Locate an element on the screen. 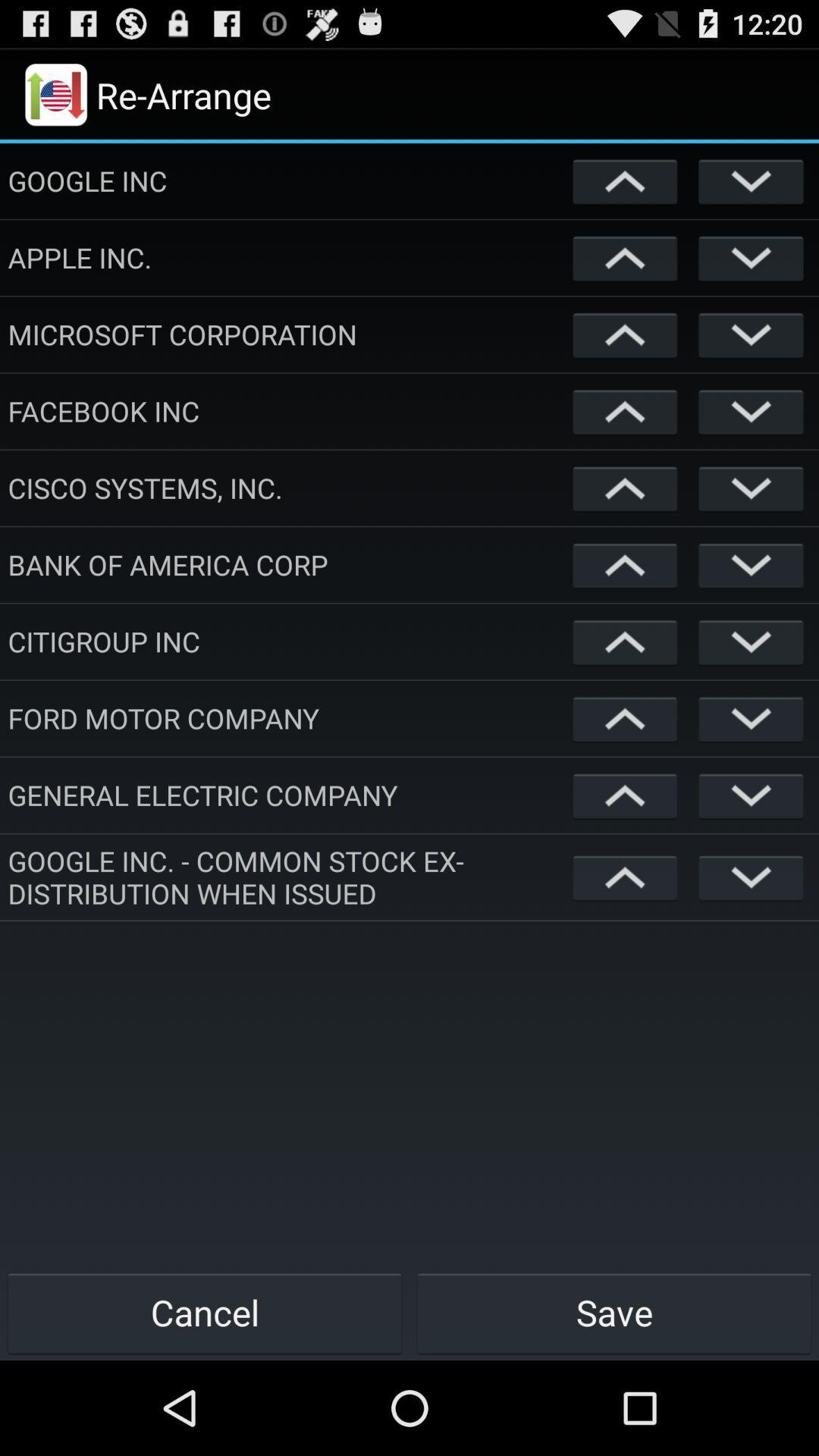  the save icon is located at coordinates (614, 1312).